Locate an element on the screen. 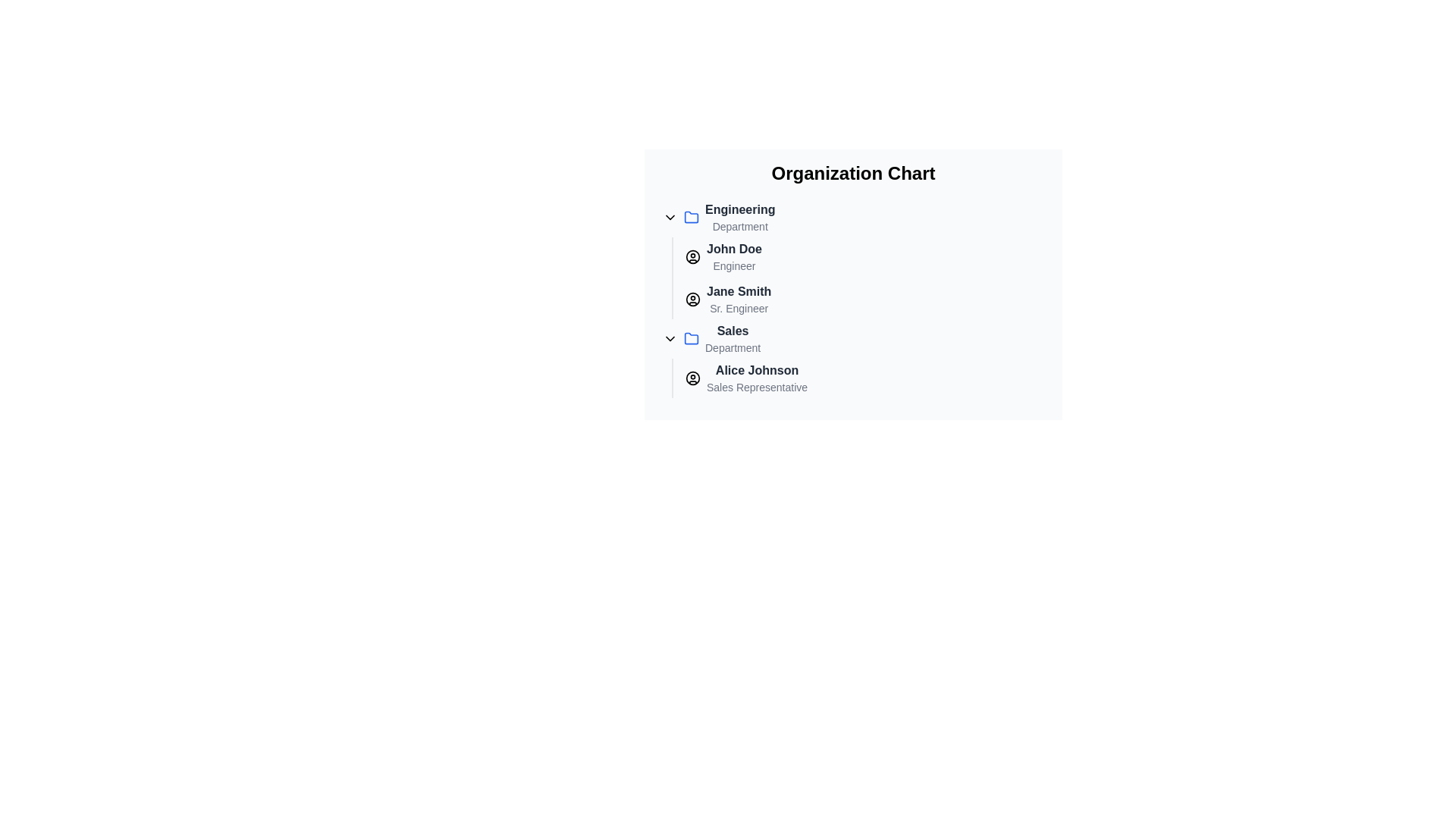 The width and height of the screenshot is (1456, 819). displayed text from the bold, dark gray label that says 'Engineering', positioned at the top of the Engineering Department group in the organizational chart is located at coordinates (740, 209).